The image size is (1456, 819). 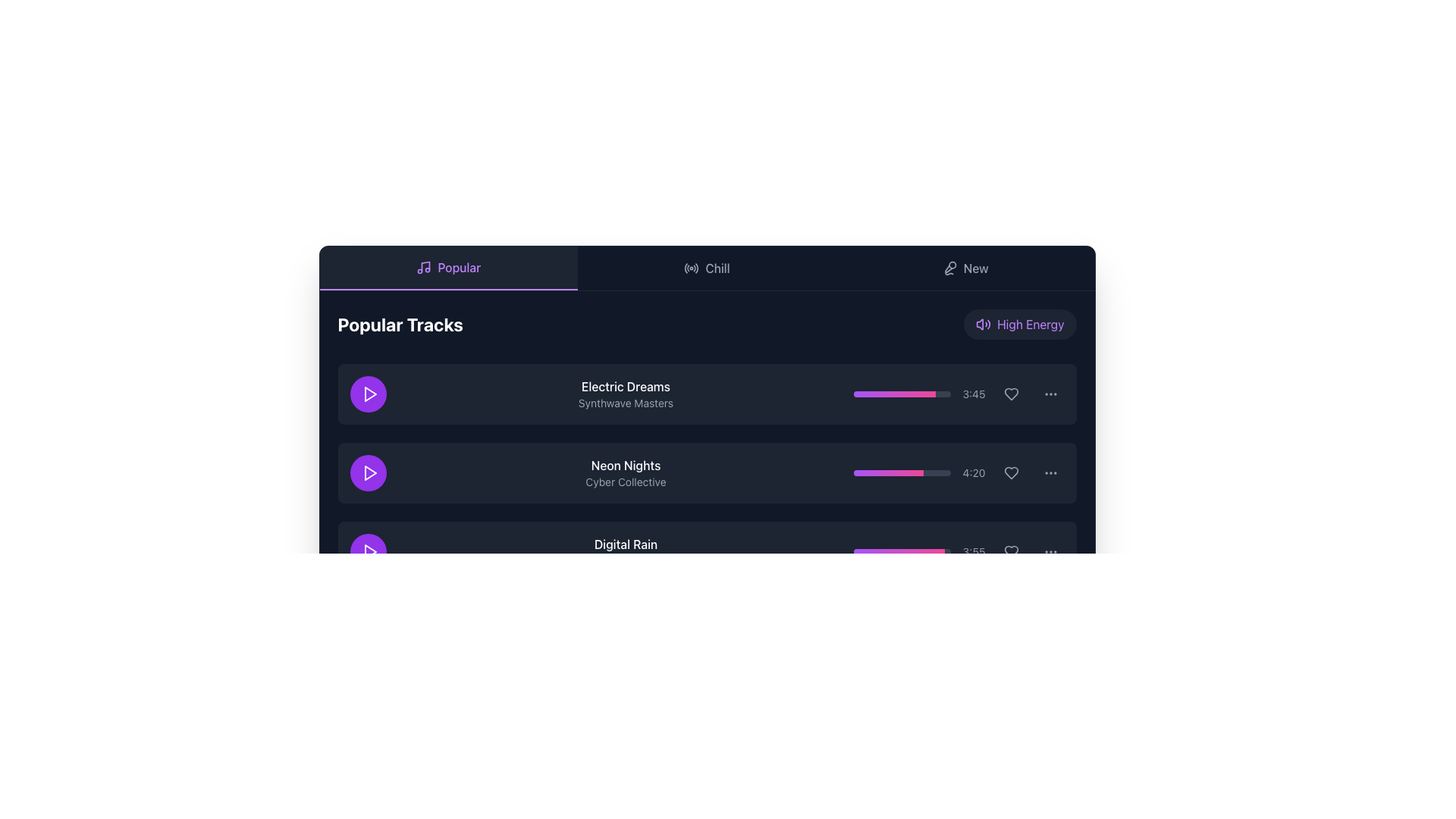 I want to click on the slider value, so click(x=931, y=552).